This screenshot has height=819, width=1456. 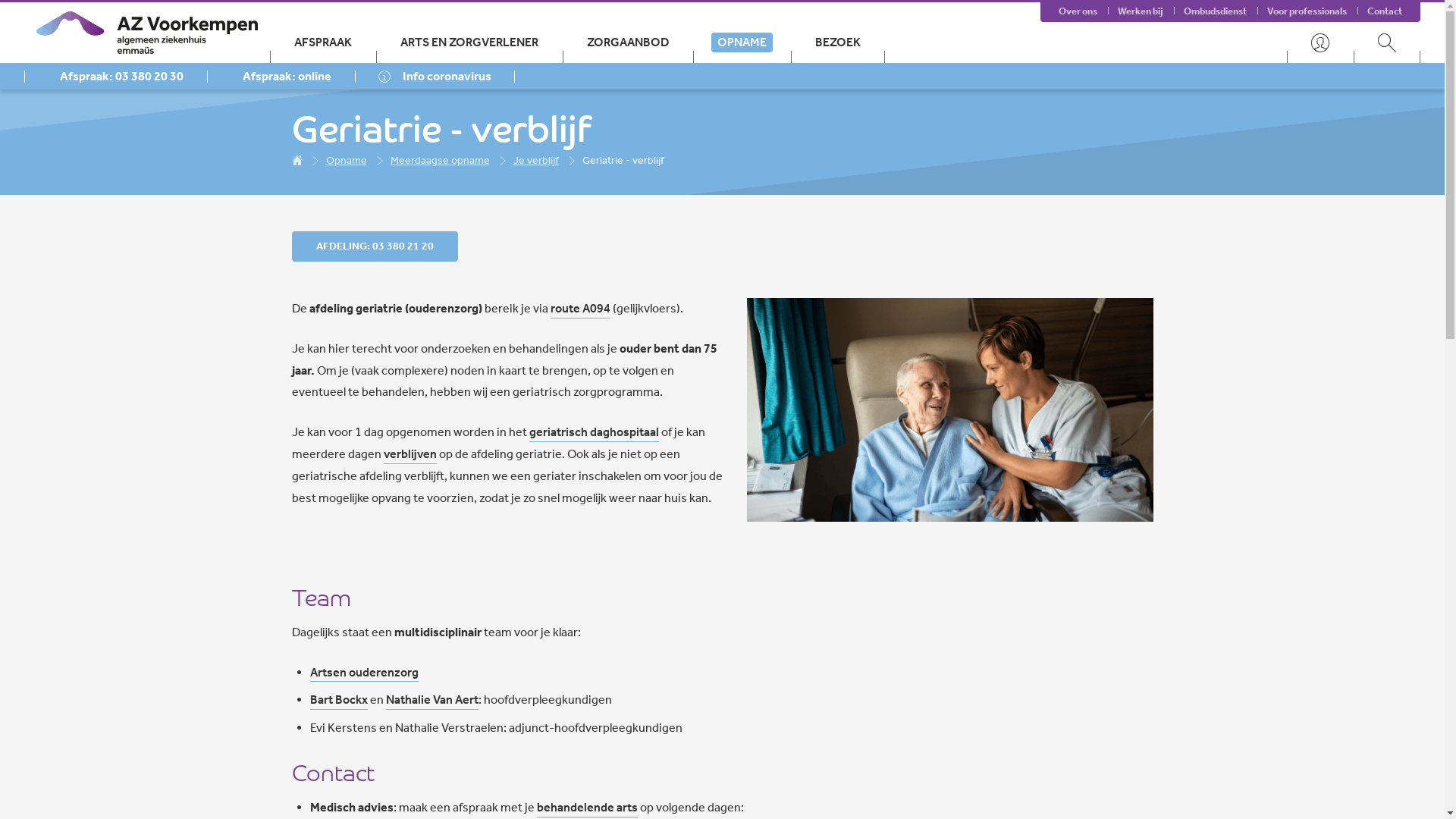 What do you see at coordinates (374, 245) in the screenshot?
I see `'AFDELING: 03 380 21 20'` at bounding box center [374, 245].